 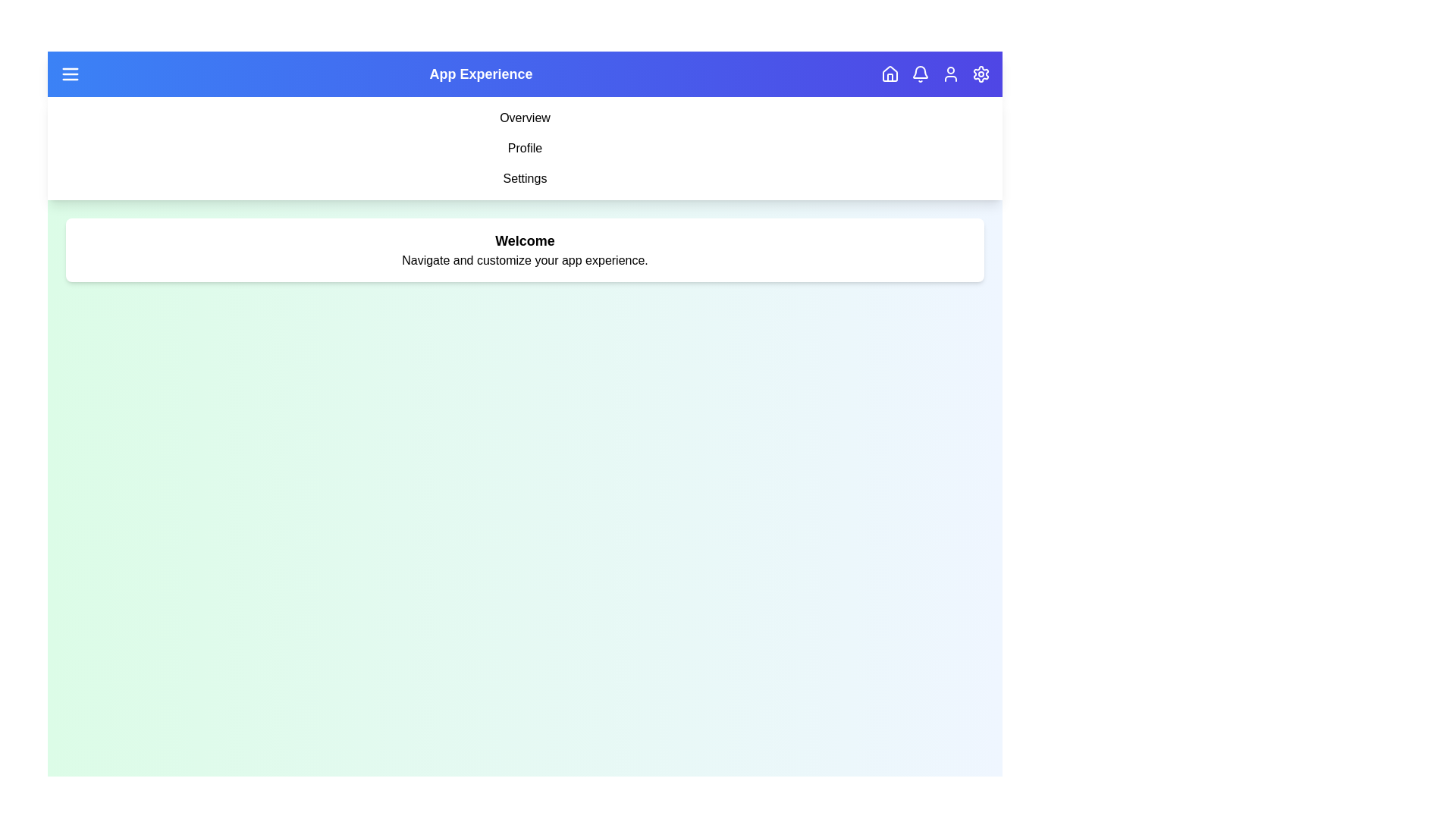 What do you see at coordinates (949, 74) in the screenshot?
I see `the navigation button corresponding to profile` at bounding box center [949, 74].